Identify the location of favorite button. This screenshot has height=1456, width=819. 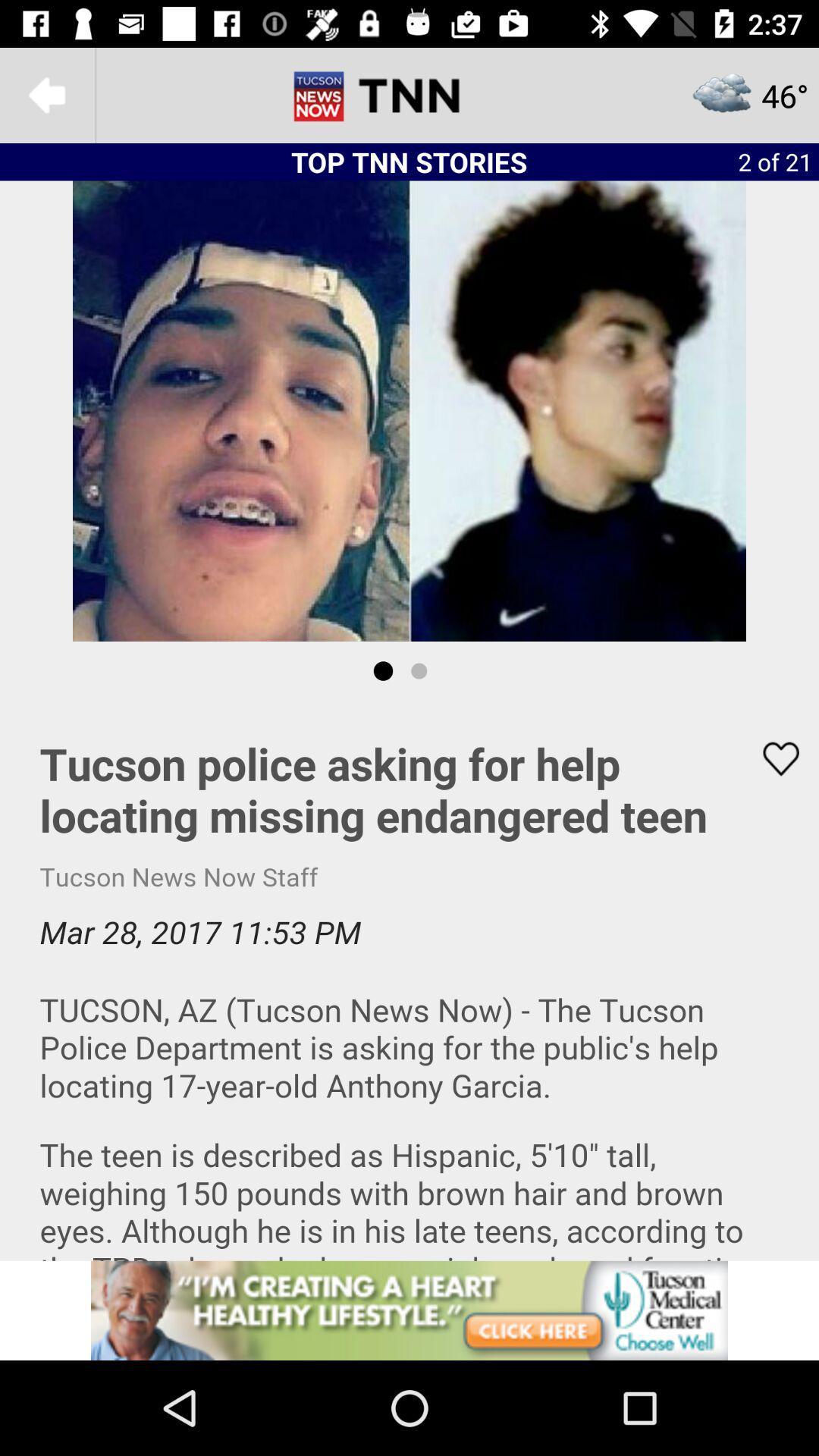
(771, 758).